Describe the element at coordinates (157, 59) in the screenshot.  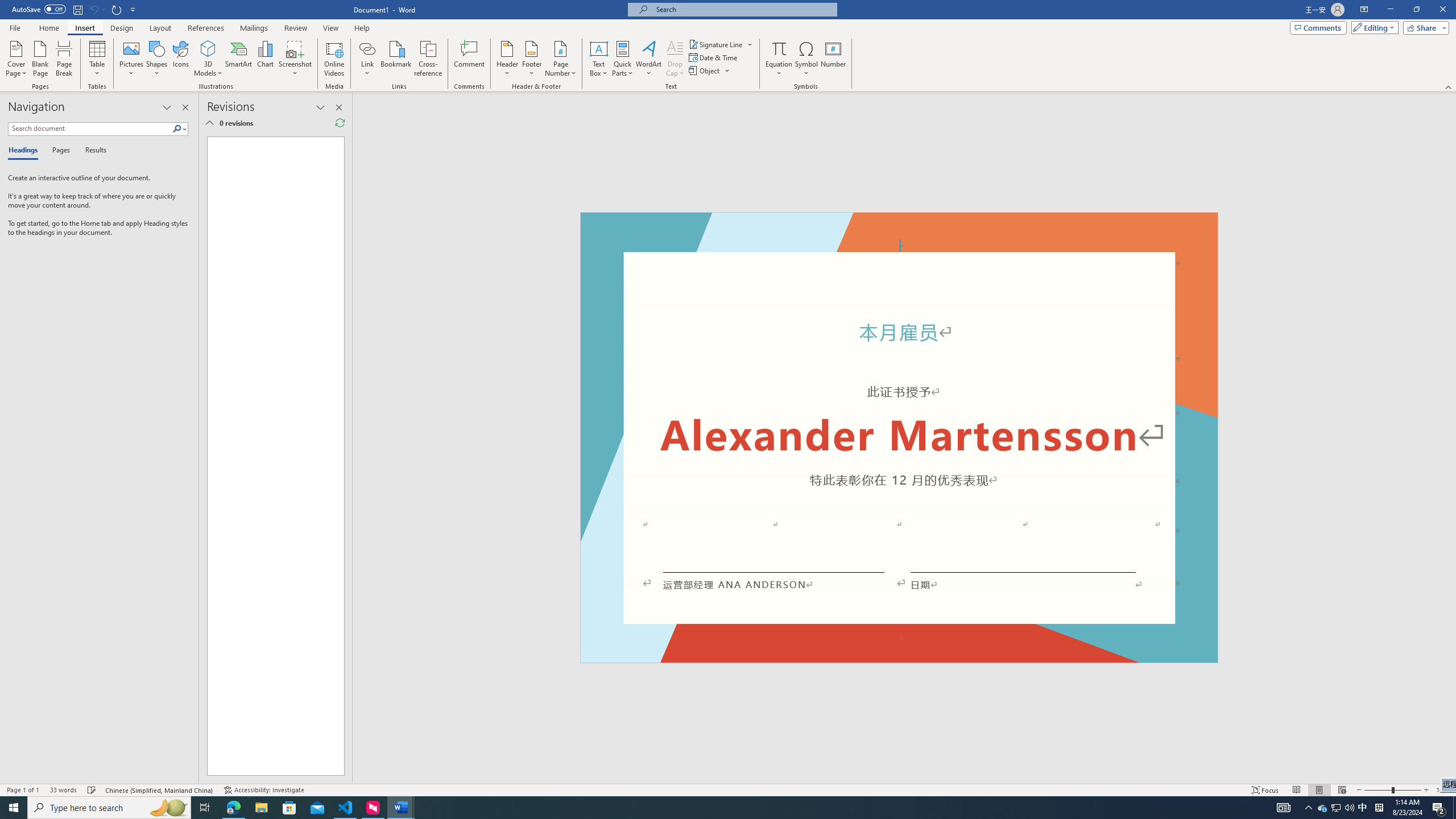
I see `'Shapes'` at that location.